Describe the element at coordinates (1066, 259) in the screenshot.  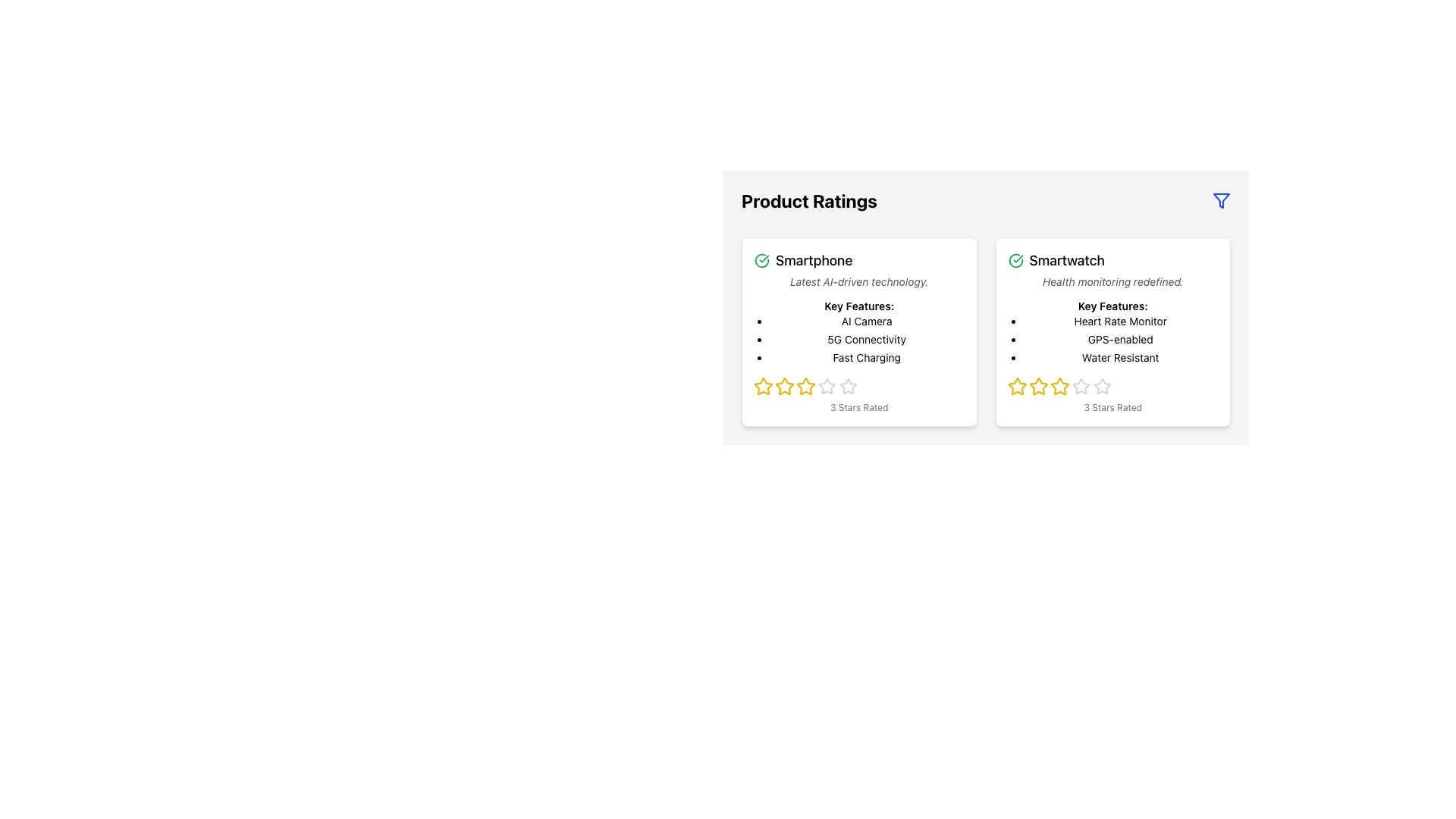
I see `bold text label displaying the word 'Smartwatch', which is styled with a larger font size and located beneath the 'Product Ratings' heading in the second card of the rightmost column` at that location.